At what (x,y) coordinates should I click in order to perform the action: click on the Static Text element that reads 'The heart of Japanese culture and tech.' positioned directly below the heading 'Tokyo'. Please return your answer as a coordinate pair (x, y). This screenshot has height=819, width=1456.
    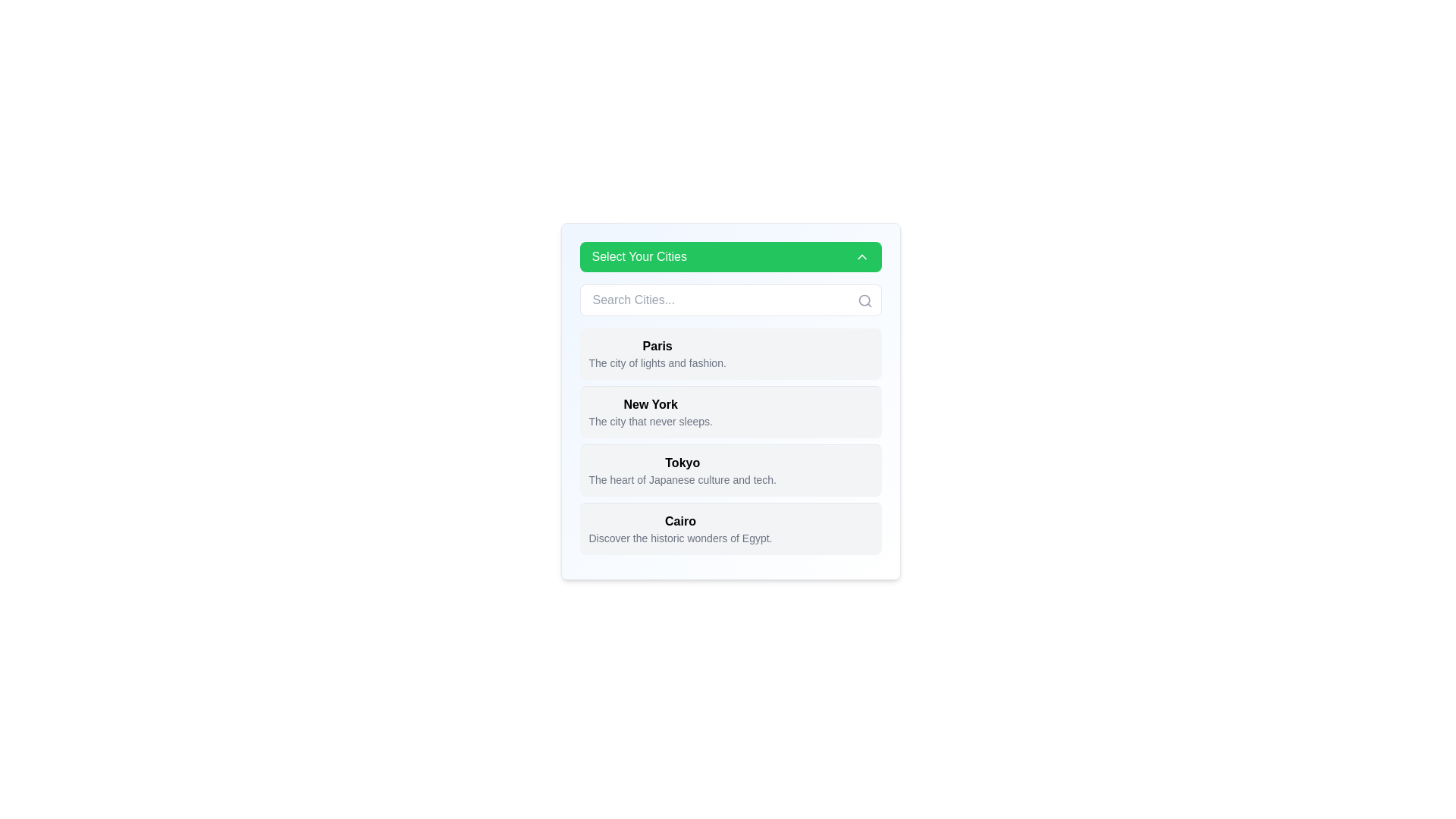
    Looking at the image, I should click on (682, 479).